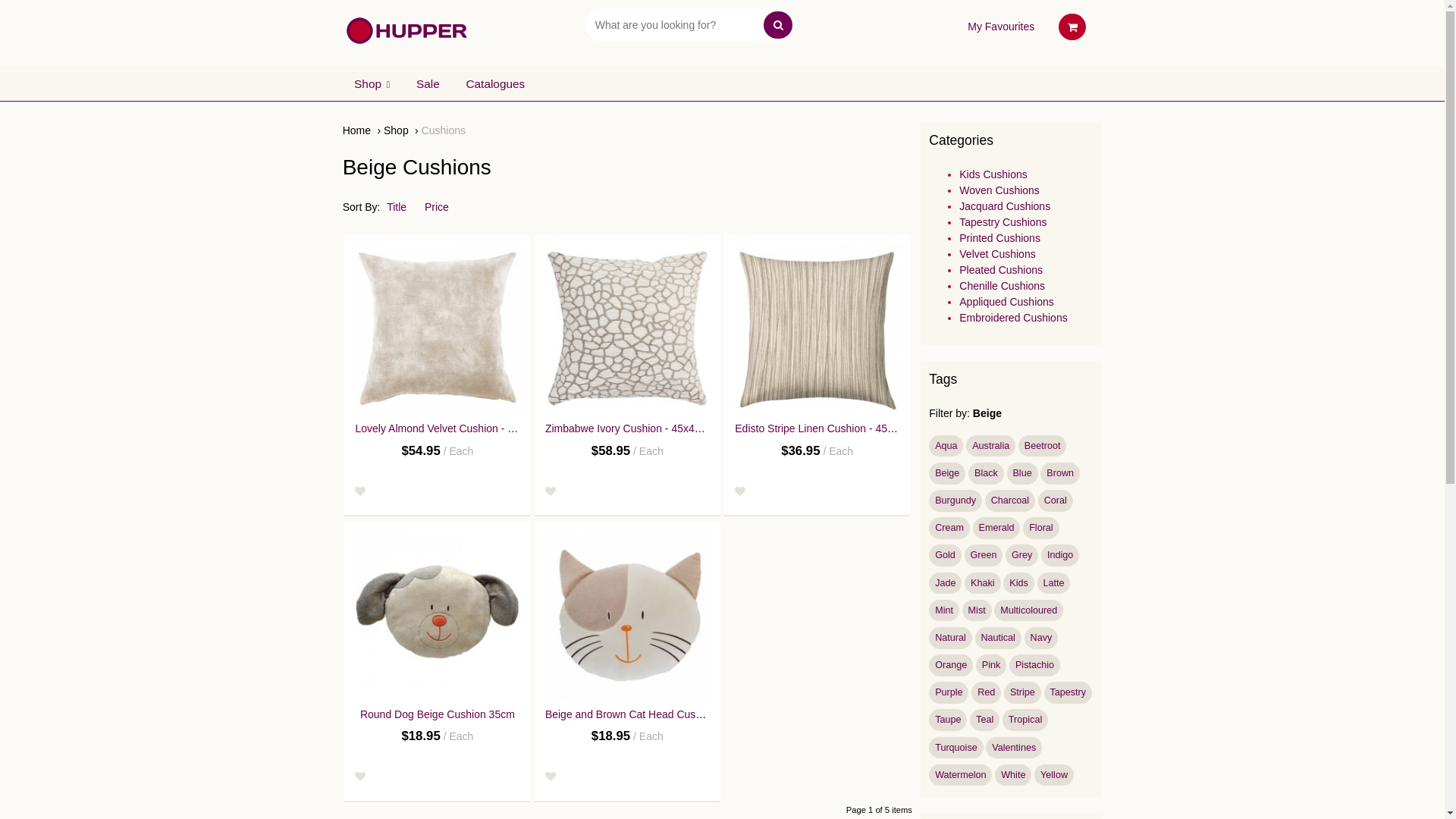  Describe the element at coordinates (927, 445) in the screenshot. I see `'Aqua'` at that location.